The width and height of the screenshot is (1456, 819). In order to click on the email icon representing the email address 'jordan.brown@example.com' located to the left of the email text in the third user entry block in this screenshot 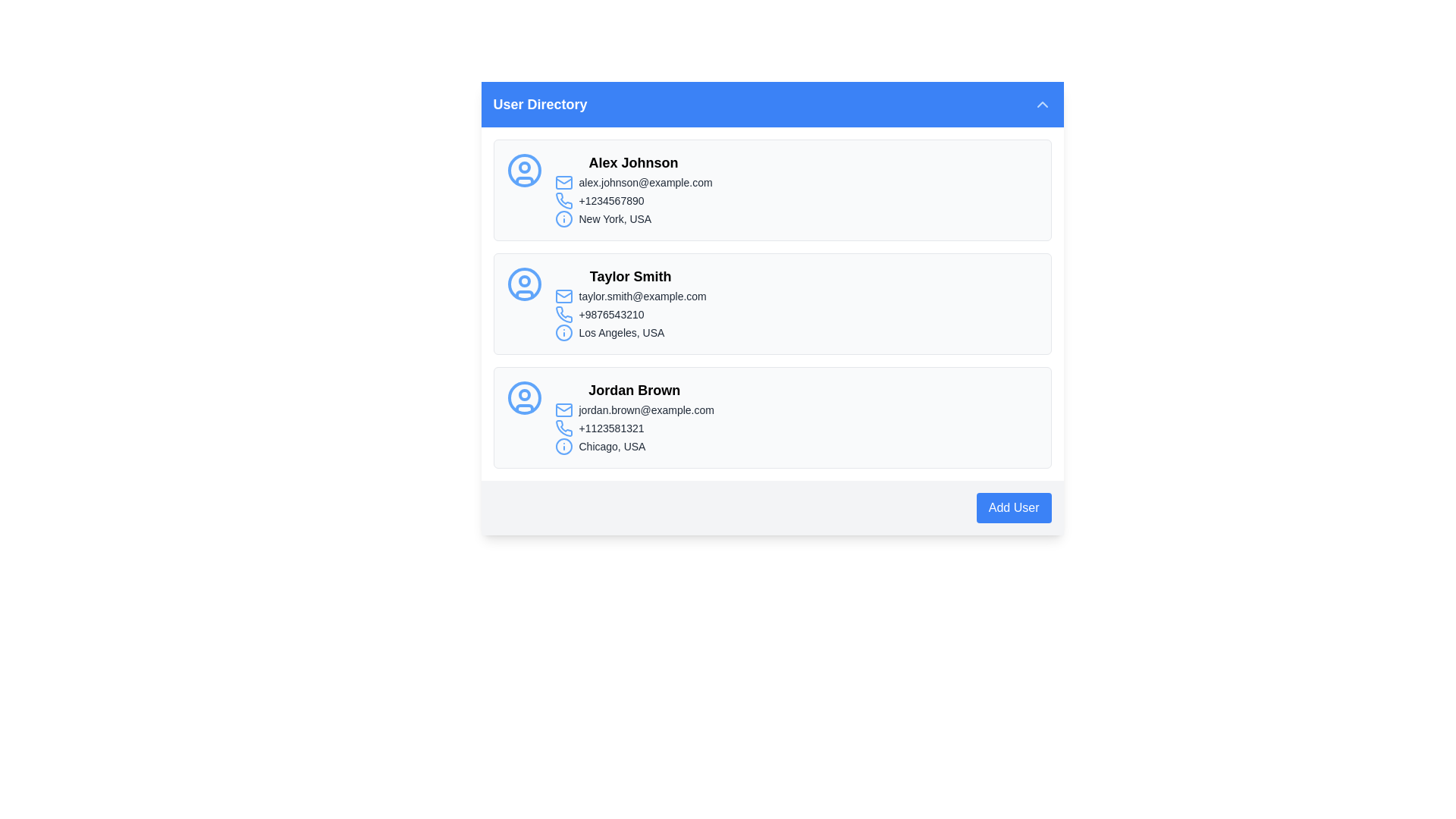, I will do `click(563, 409)`.